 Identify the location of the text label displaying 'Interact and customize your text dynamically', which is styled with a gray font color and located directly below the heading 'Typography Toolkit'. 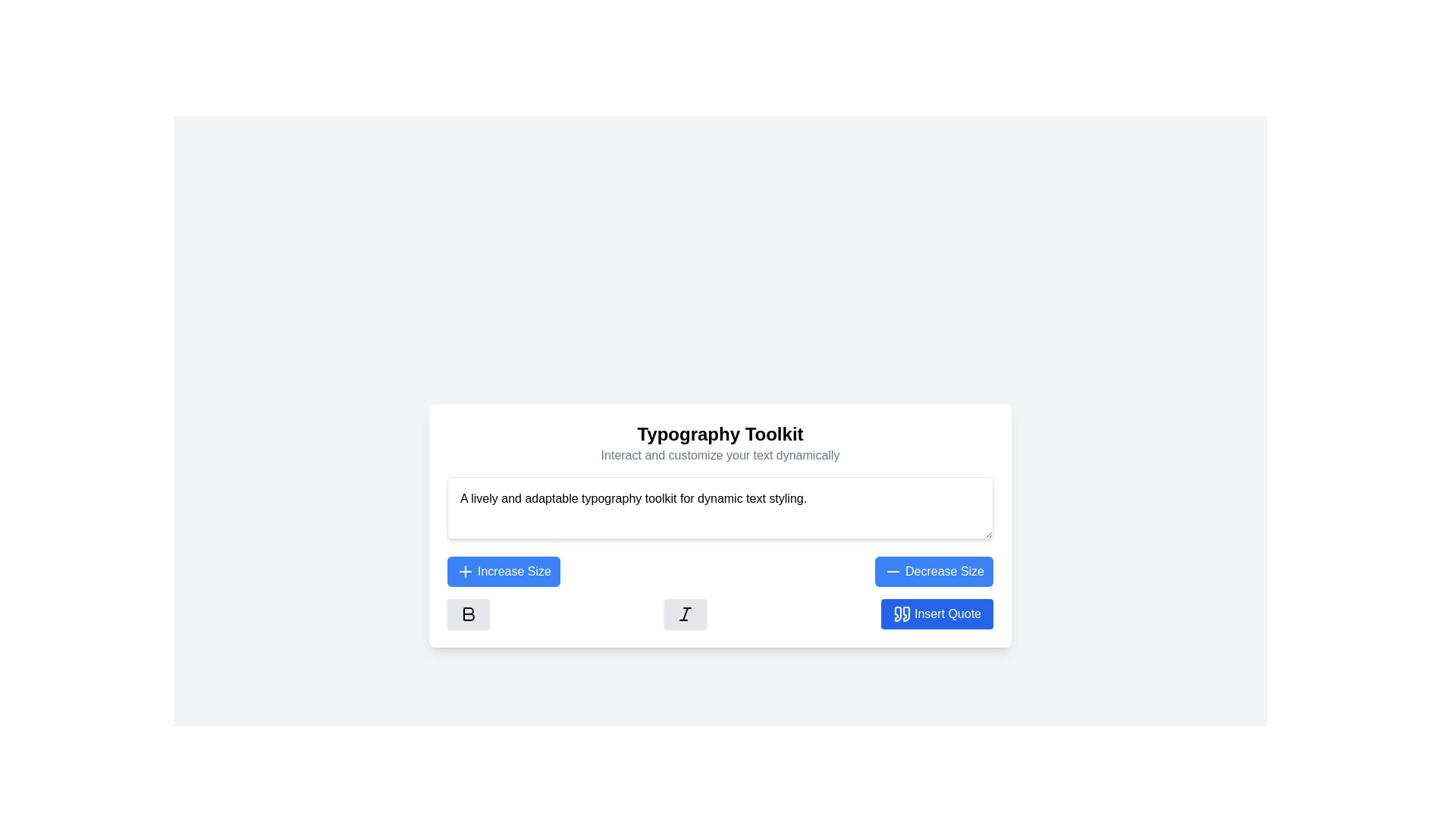
(720, 454).